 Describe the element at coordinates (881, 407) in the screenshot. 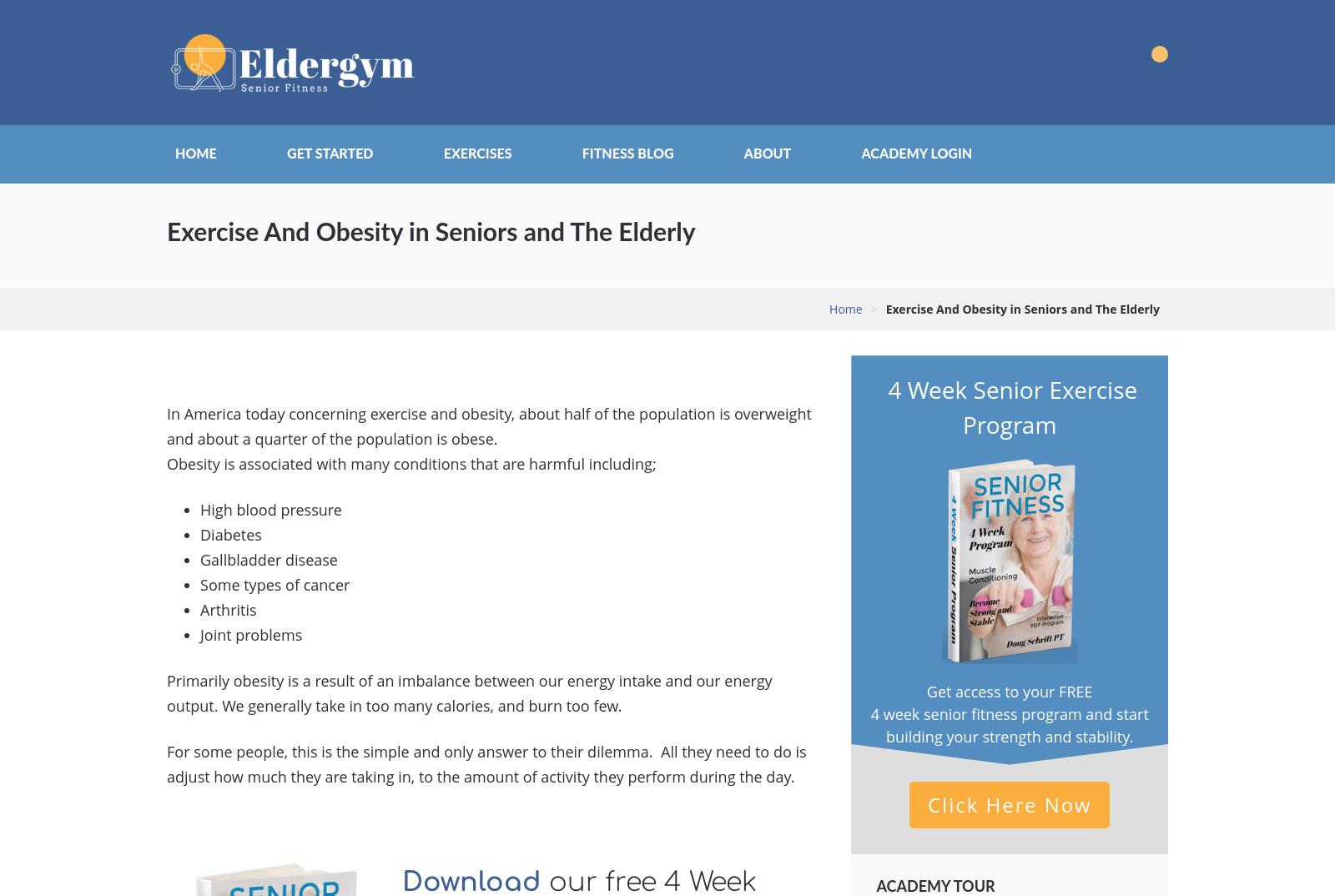

I see `'4 Week Senior Exercise Program'` at that location.